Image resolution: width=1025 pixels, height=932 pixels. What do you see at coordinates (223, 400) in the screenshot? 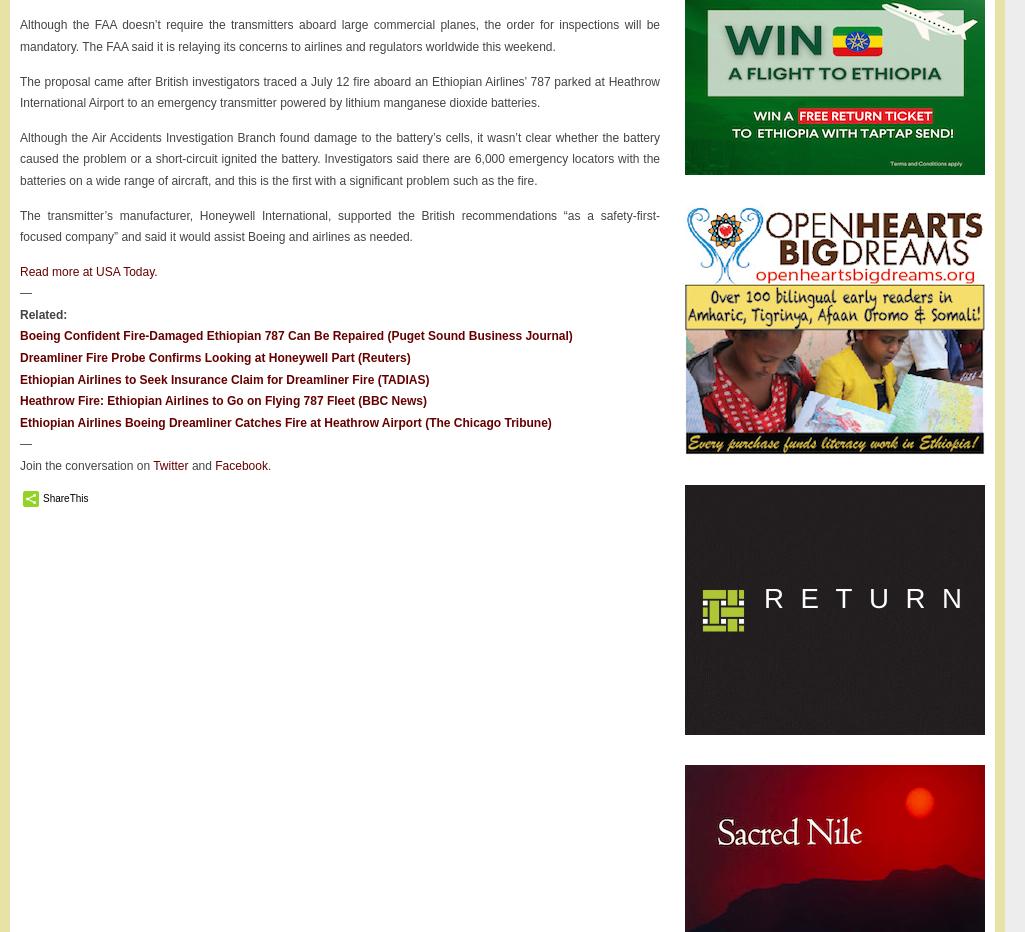
I see `'Heathrow Fire: Ethiopian Airlines to Go on Flying 787 Fleet (BBC News)'` at bounding box center [223, 400].